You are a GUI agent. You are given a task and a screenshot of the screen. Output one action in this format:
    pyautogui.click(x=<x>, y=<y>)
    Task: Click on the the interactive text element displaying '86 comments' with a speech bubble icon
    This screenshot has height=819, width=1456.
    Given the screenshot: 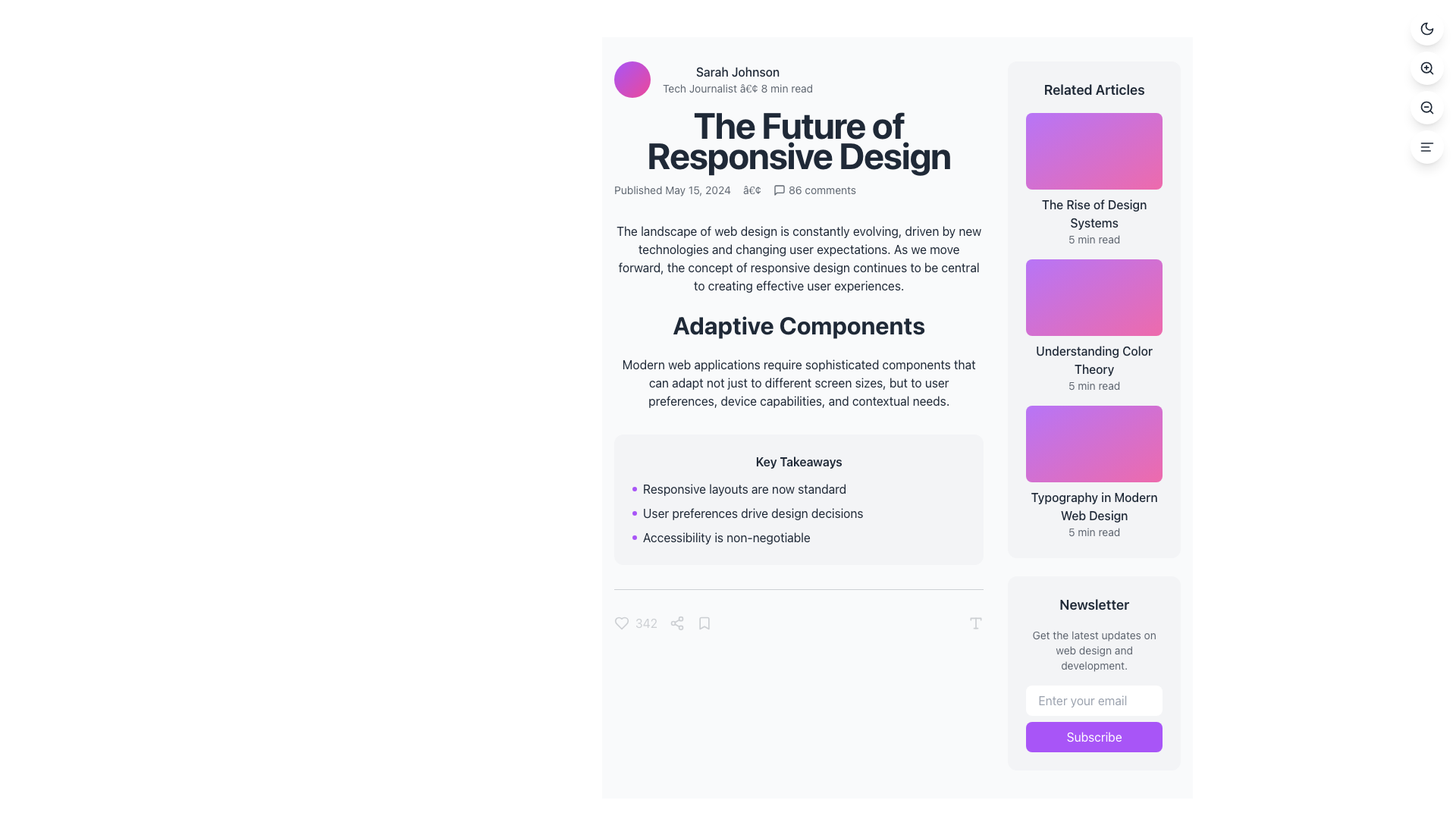 What is the action you would take?
    pyautogui.click(x=814, y=189)
    